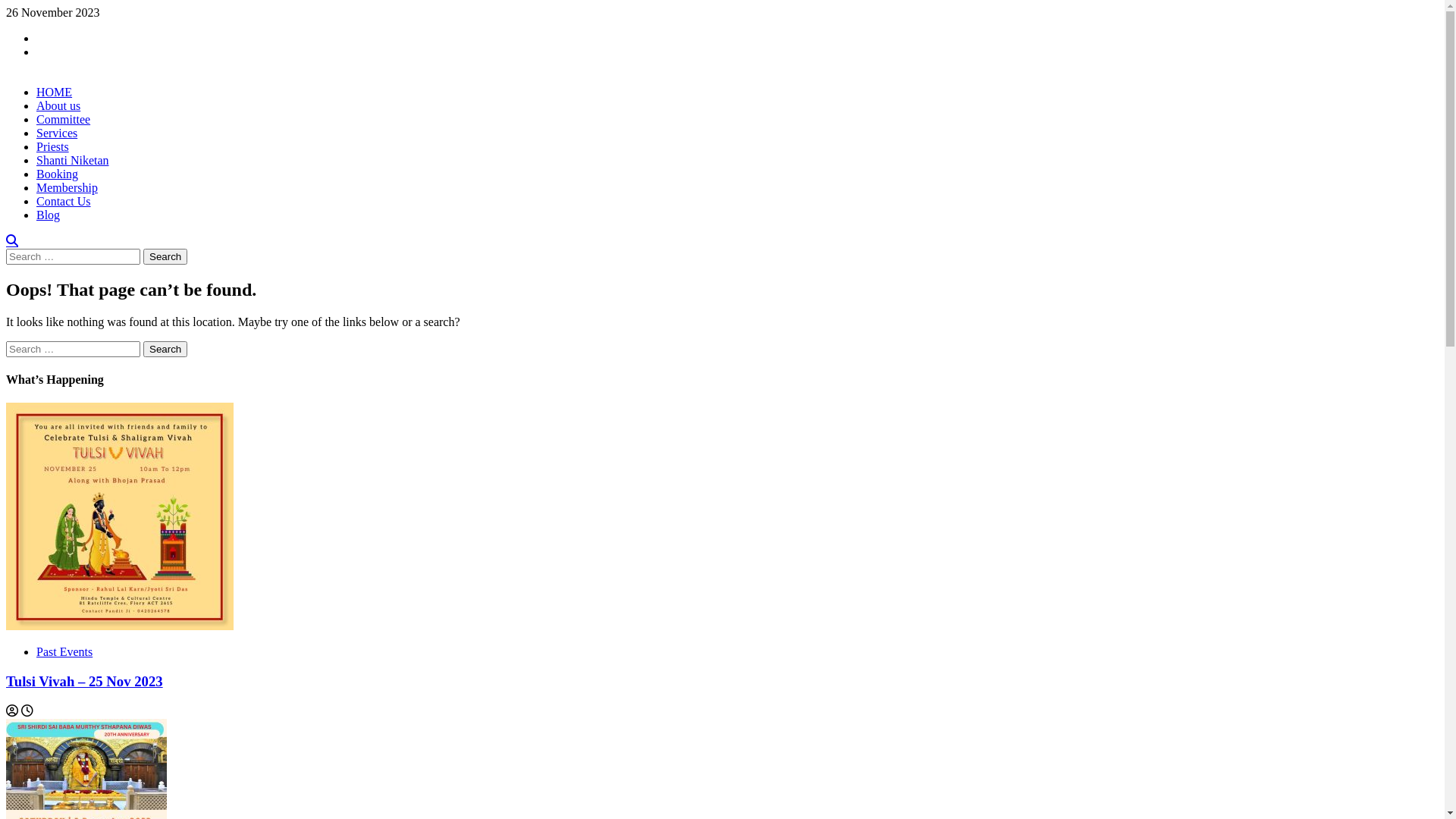 This screenshot has width=1456, height=819. I want to click on 'HOME', so click(54, 92).